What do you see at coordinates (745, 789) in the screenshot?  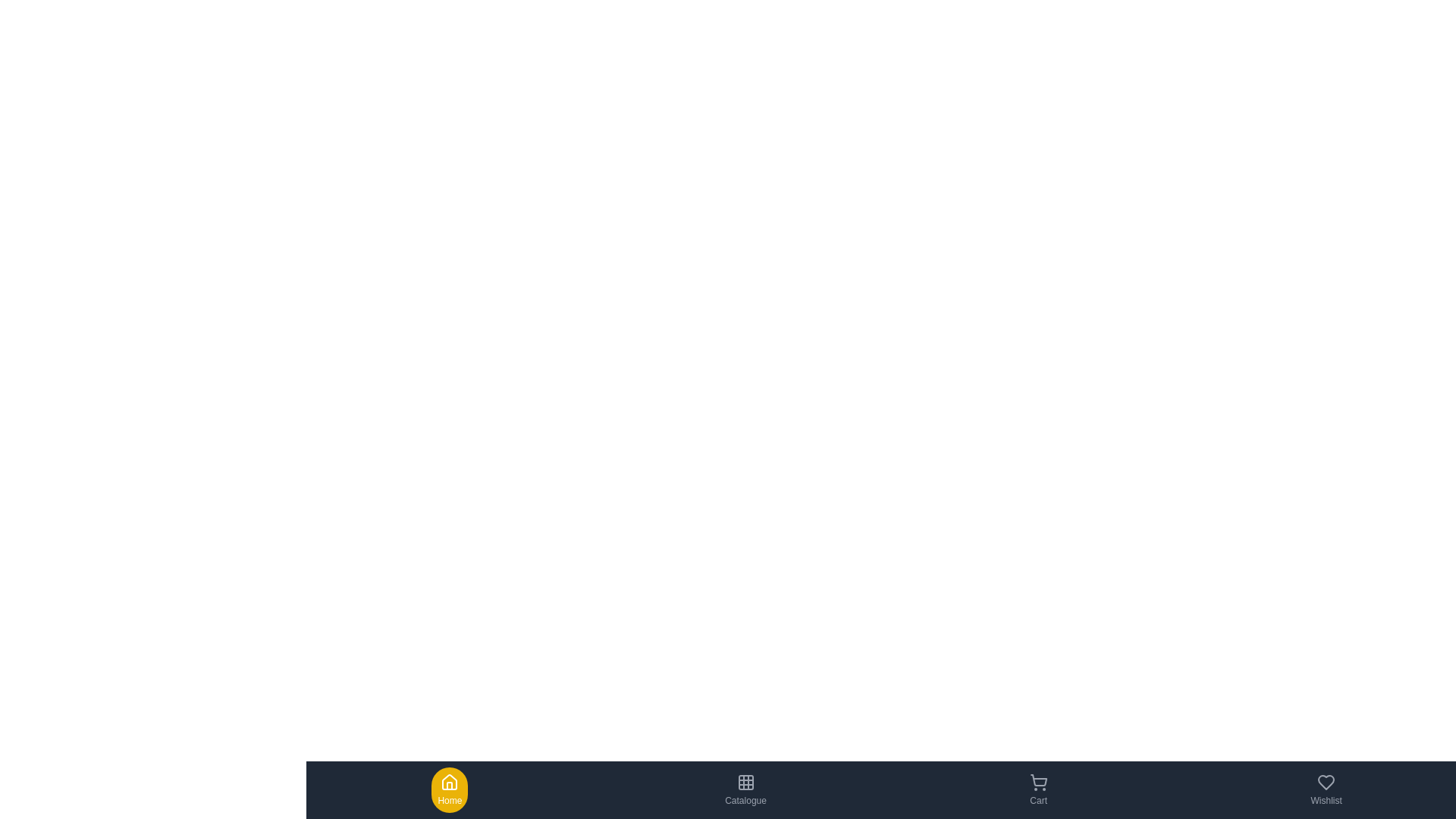 I see `the Catalogue tab to navigate to its section` at bounding box center [745, 789].